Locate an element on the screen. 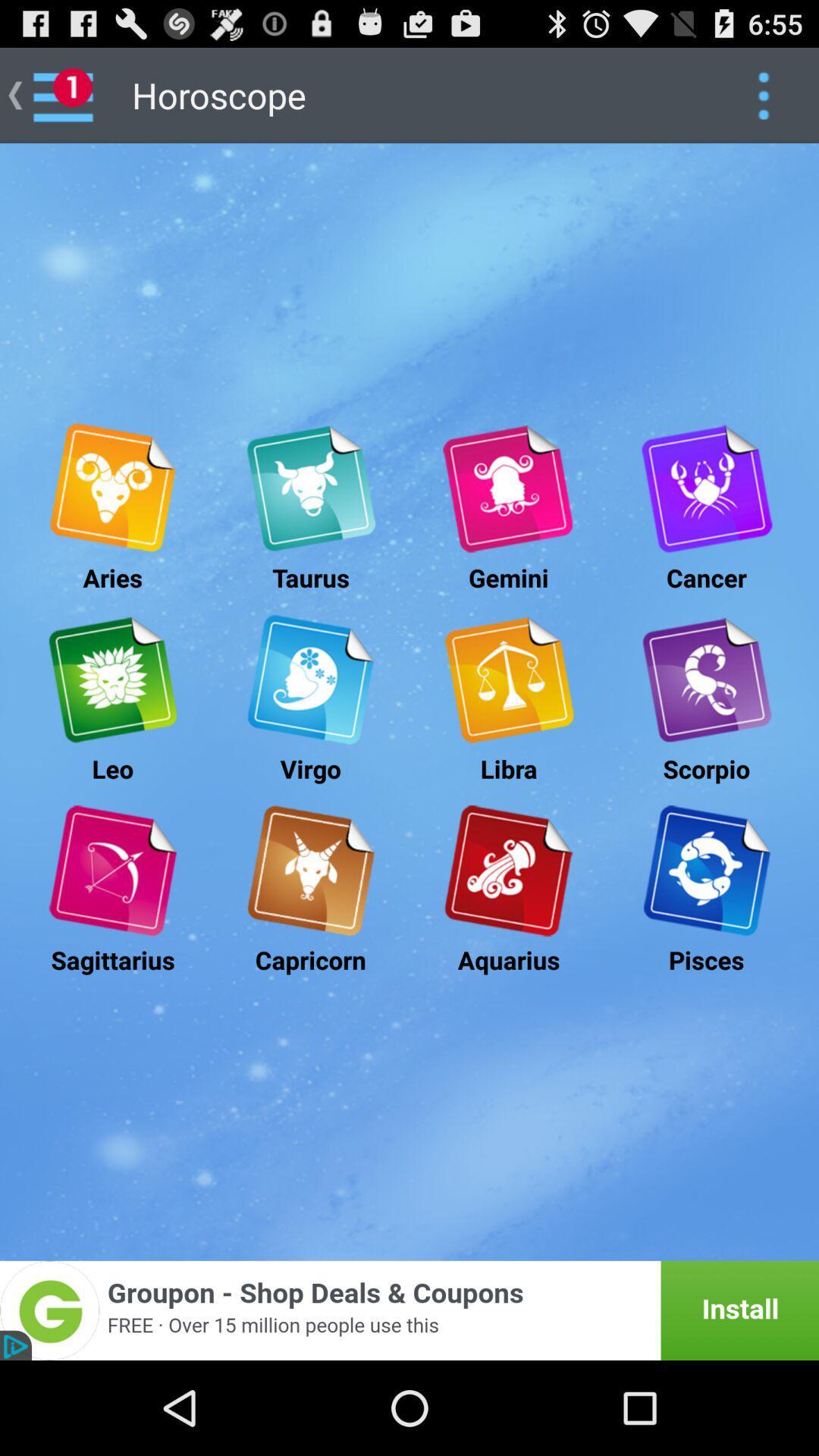 Image resolution: width=819 pixels, height=1456 pixels. link for pisces page is located at coordinates (706, 871).